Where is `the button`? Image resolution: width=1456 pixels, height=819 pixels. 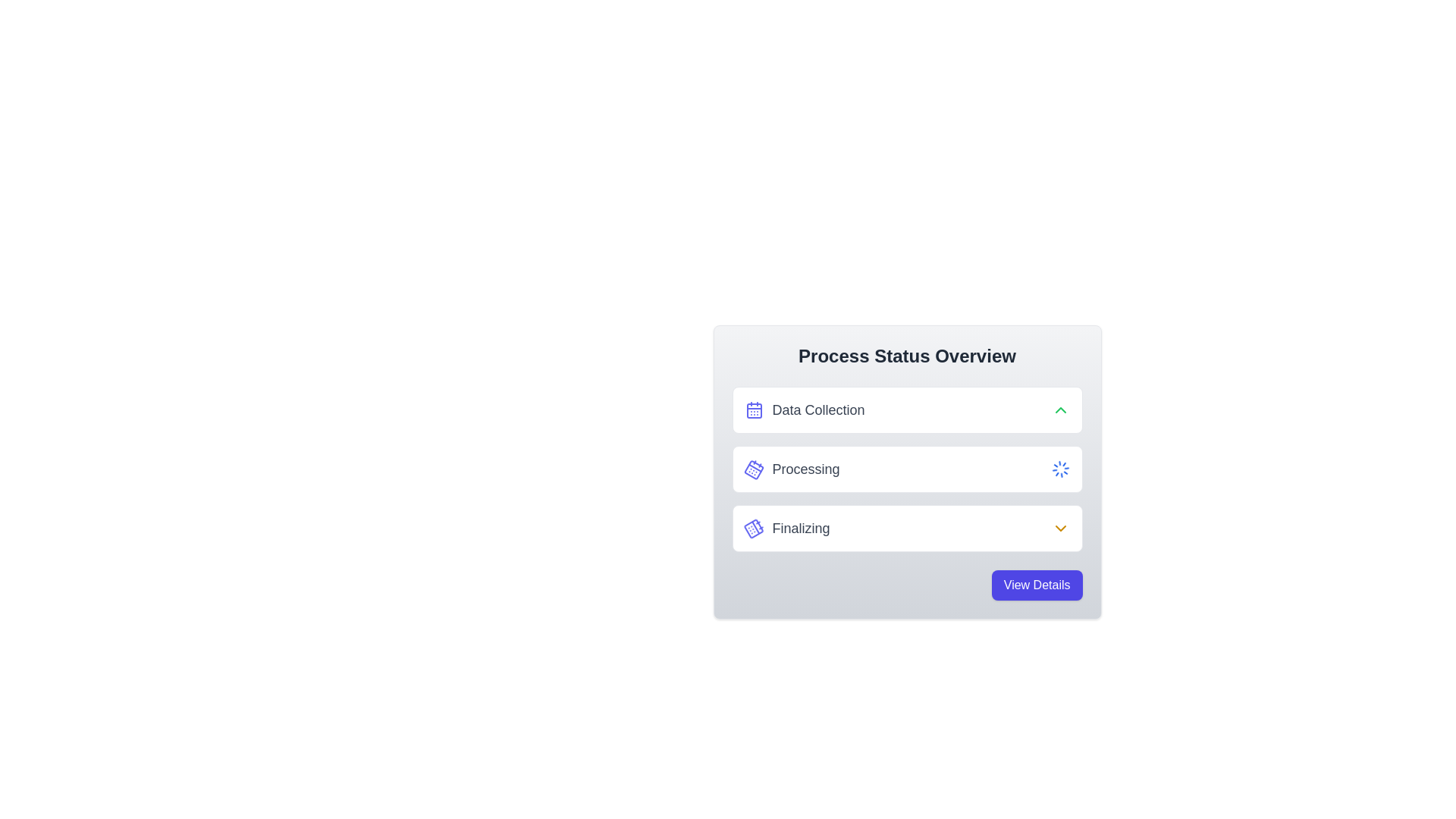 the button is located at coordinates (1036, 584).